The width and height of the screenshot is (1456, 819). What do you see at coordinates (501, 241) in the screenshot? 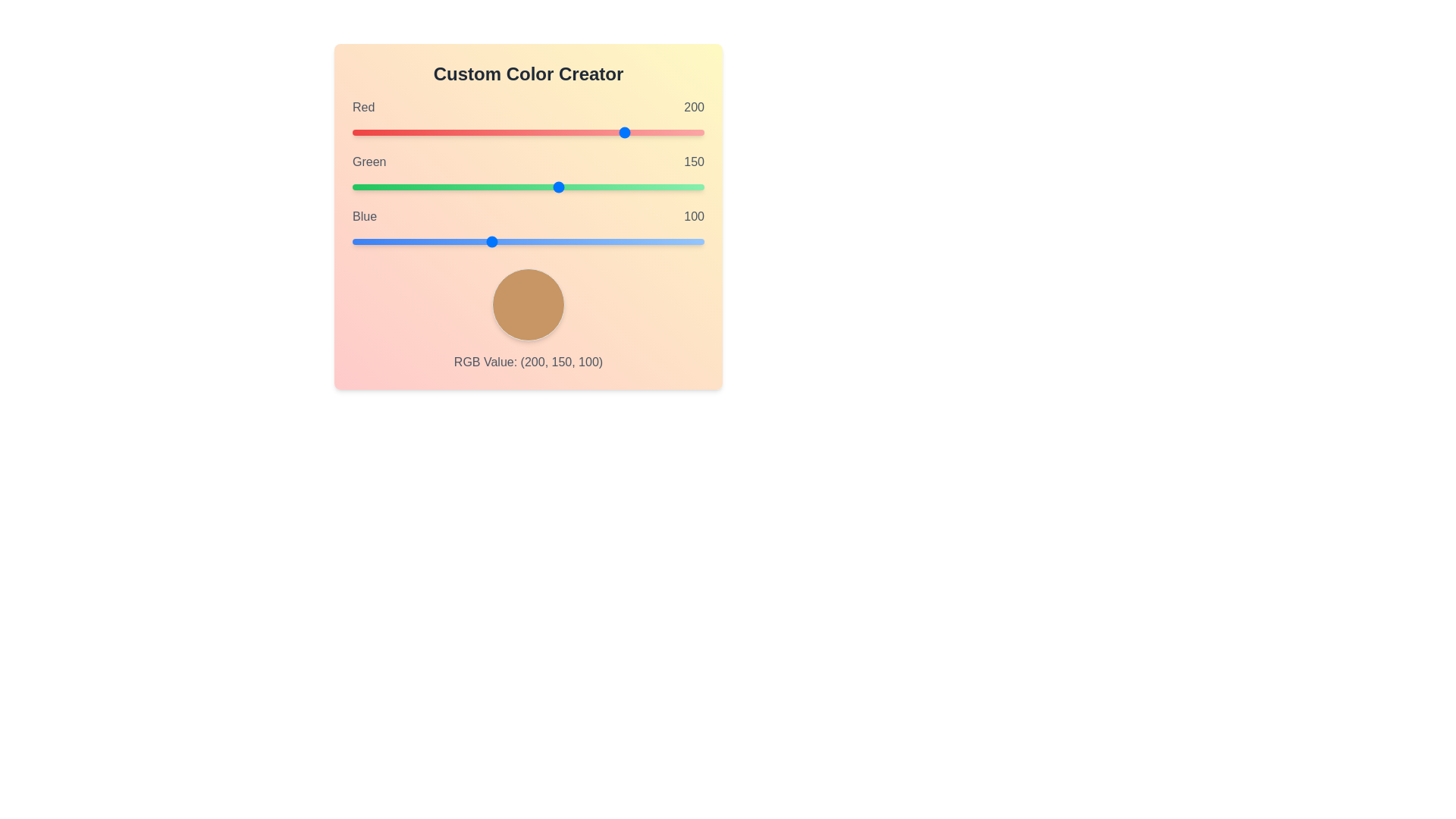
I see `the blue slider to set the blue value to 108` at bounding box center [501, 241].